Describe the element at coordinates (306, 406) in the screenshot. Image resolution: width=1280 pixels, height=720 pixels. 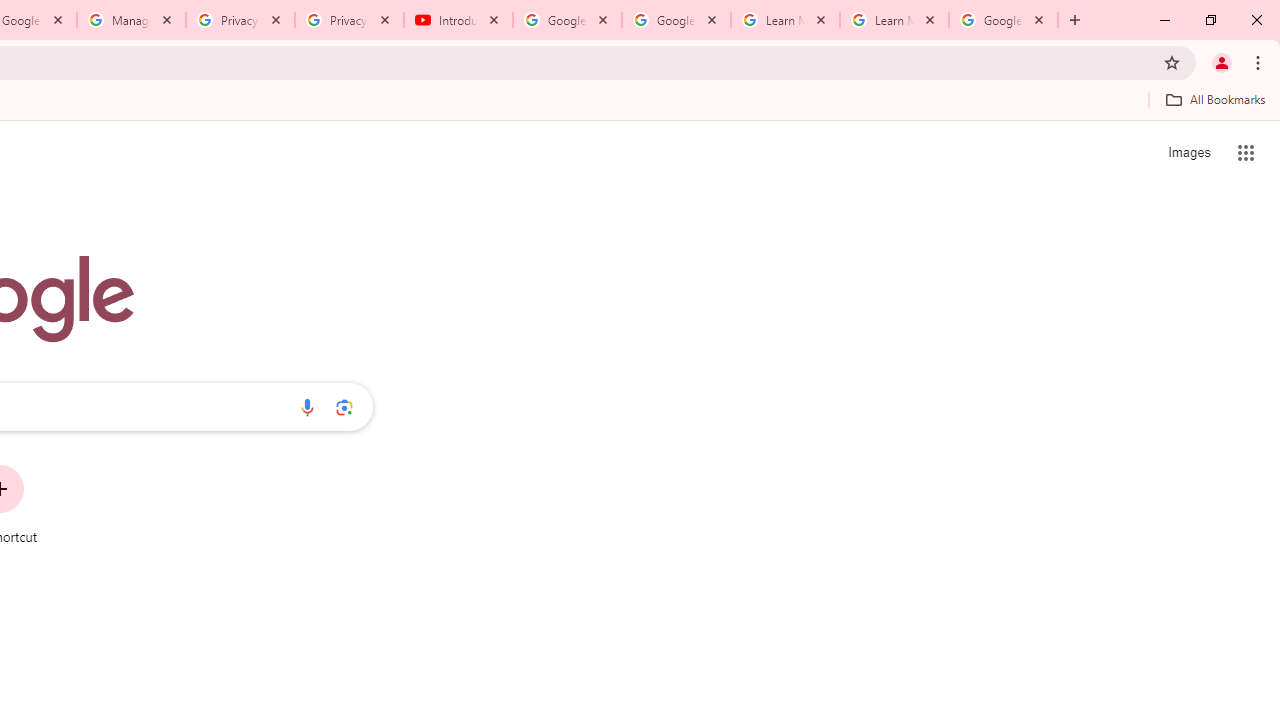
I see `'Search by voice'` at that location.